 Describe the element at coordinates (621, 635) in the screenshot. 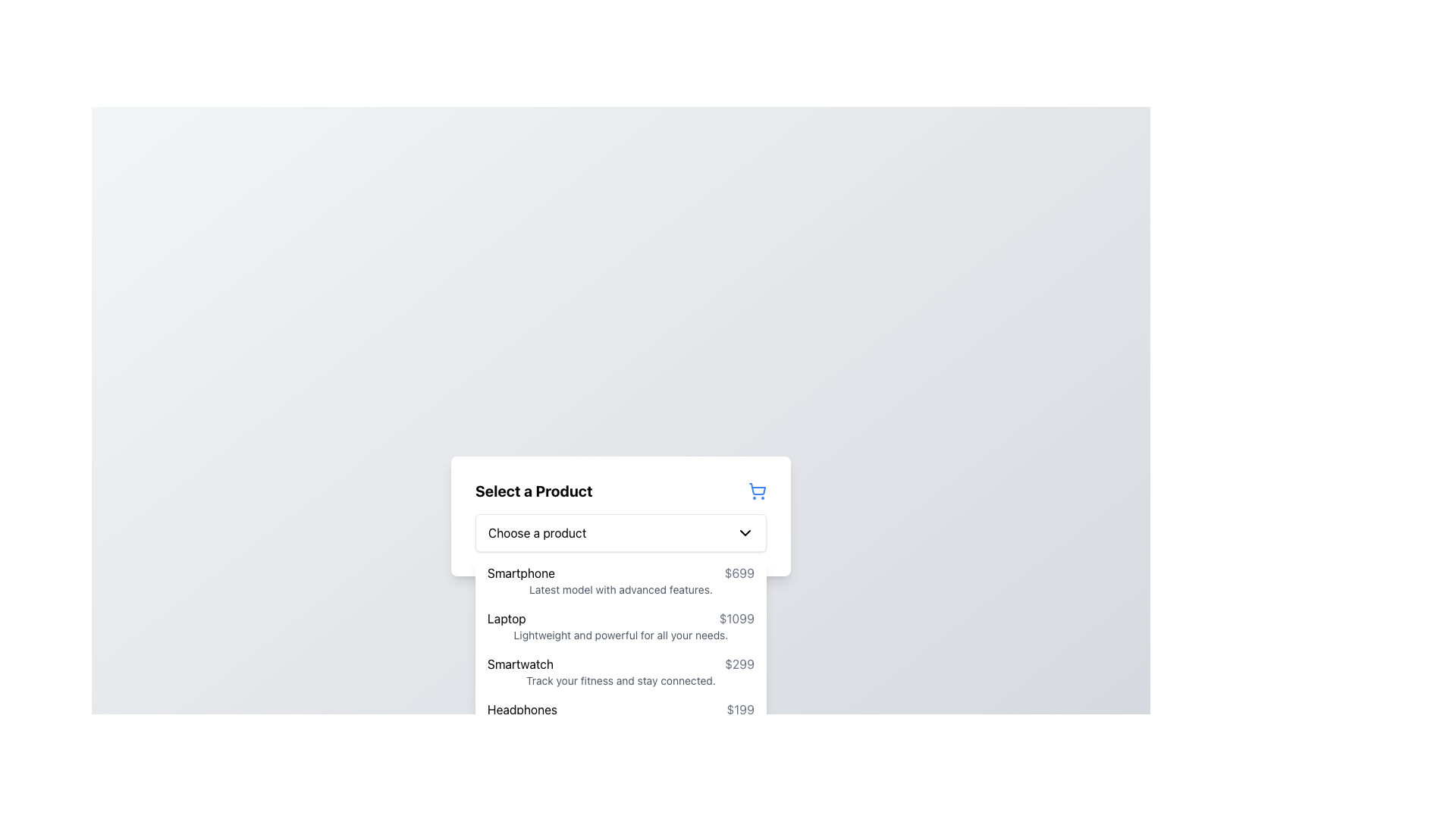

I see `the Text Label that reads 'Lightweight and powerful for all your needs.' positioned below 'Laptop $1099' in the dropdown menu` at that location.